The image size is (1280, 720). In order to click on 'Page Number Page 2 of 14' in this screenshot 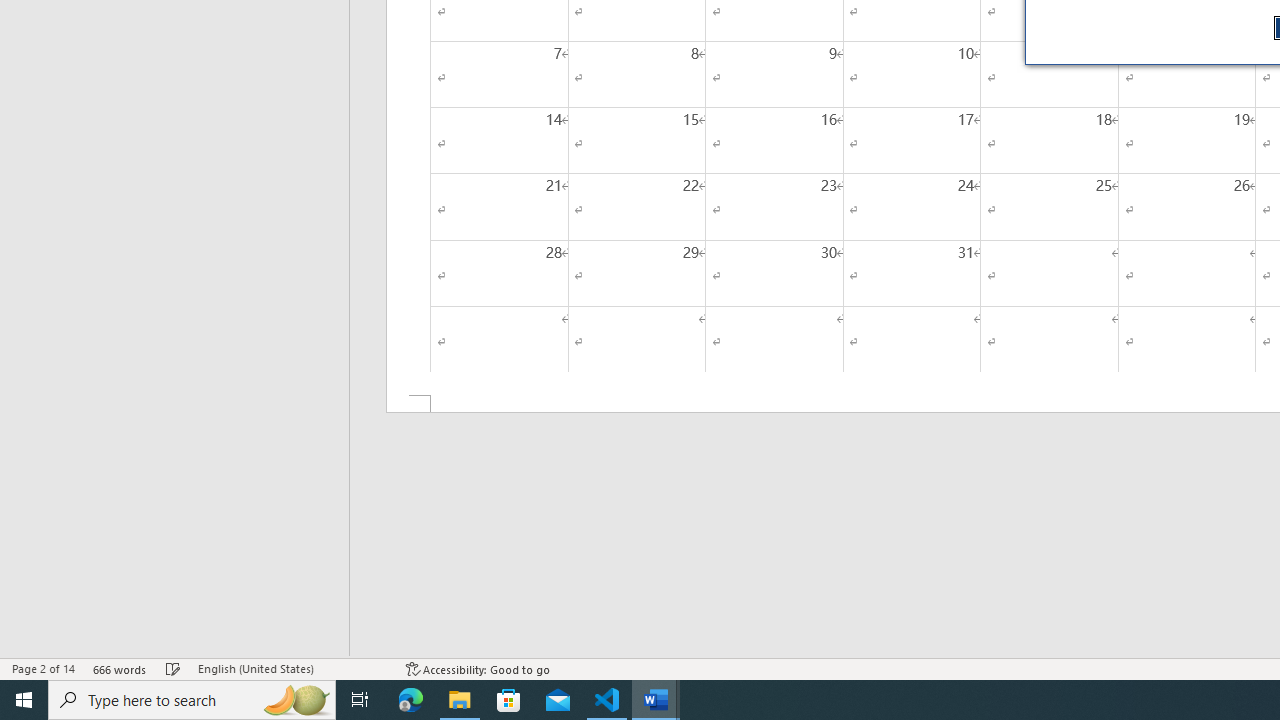, I will do `click(43, 669)`.